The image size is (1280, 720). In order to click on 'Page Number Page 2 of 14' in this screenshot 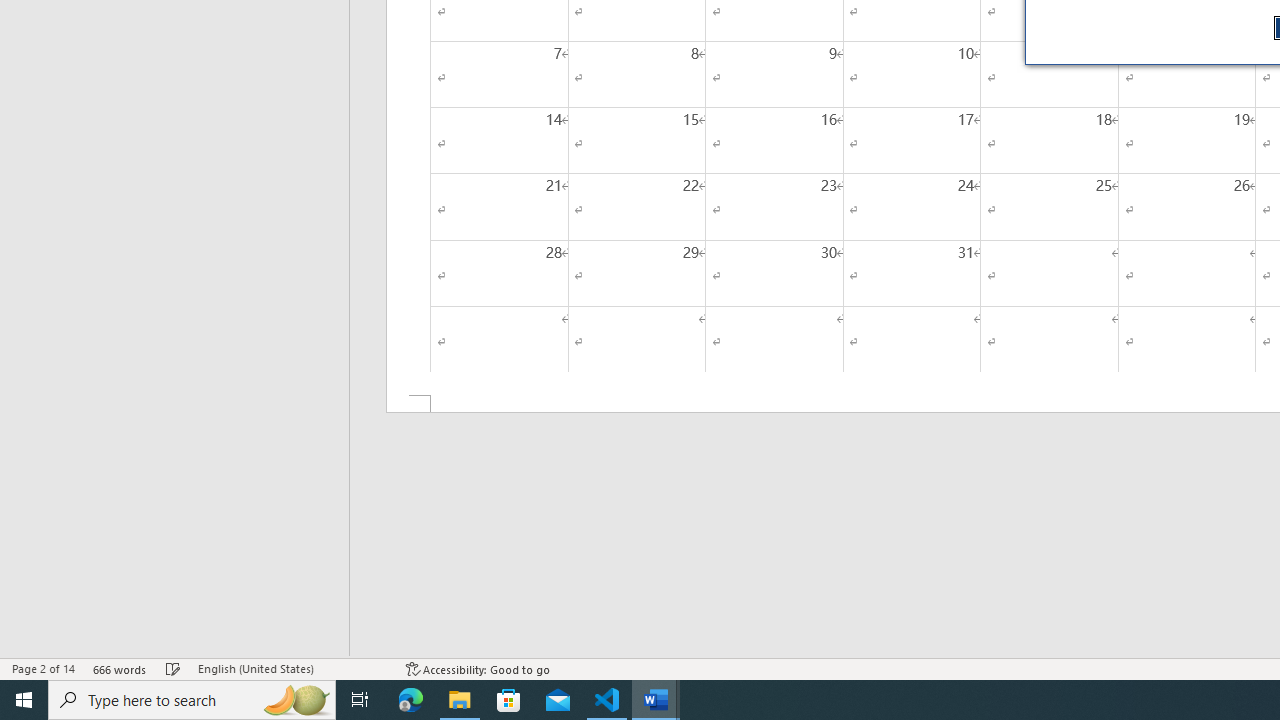, I will do `click(43, 669)`.